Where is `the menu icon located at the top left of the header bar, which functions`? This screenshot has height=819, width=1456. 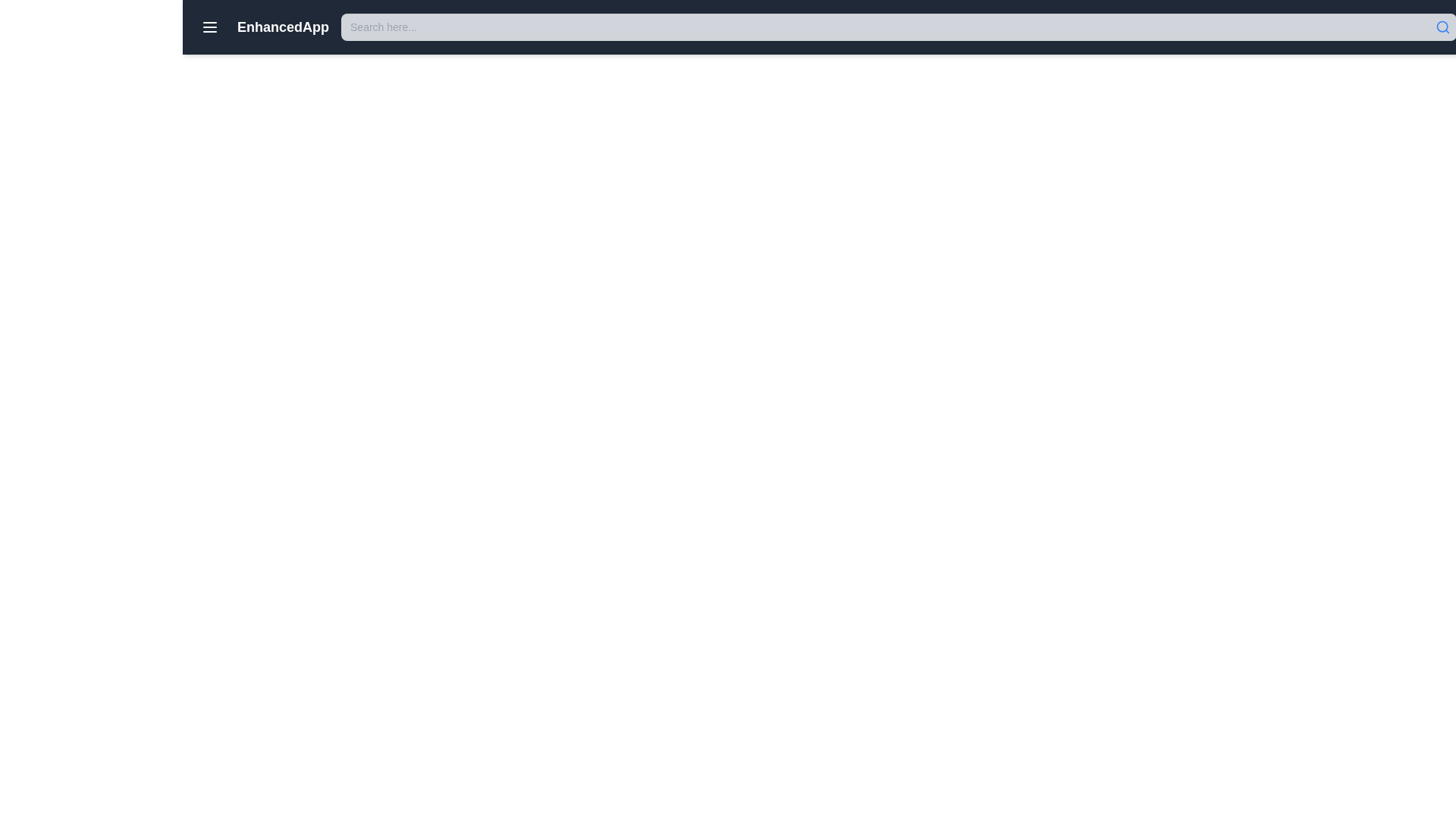
the menu icon located at the top left of the header bar, which functions is located at coordinates (262, 27).